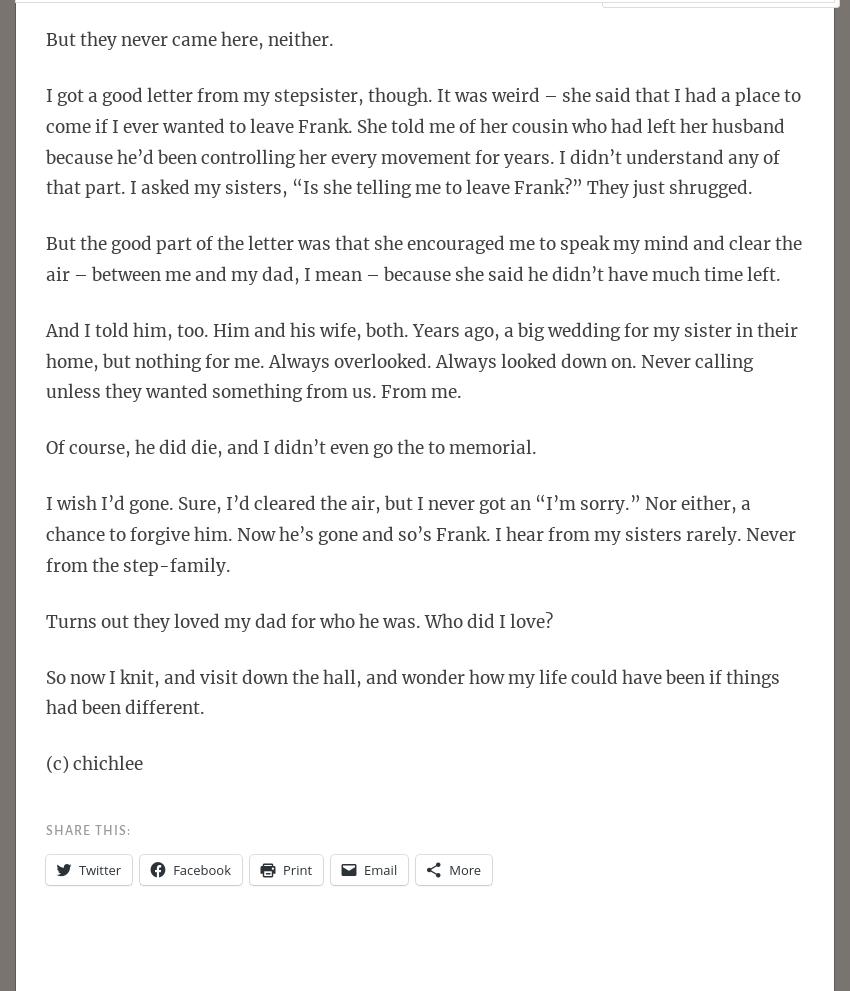  What do you see at coordinates (422, 360) in the screenshot?
I see `'And I told him, too. Him and his wife, both. Years ago, a big wedding for my sister in their home, but nothing for me. Always overlooked. Always looked down on. Never calling unless they wanted something from us. From me.'` at bounding box center [422, 360].